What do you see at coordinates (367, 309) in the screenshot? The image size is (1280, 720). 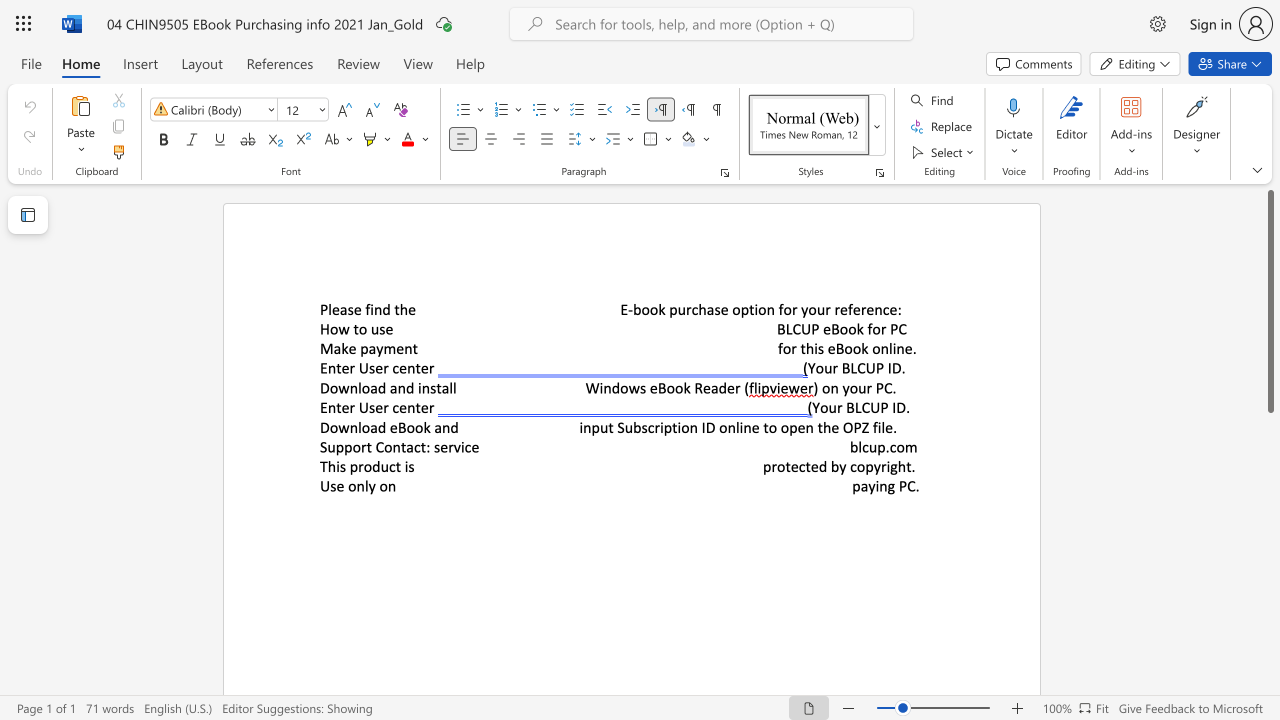 I see `the 1th character "f" in the text` at bounding box center [367, 309].